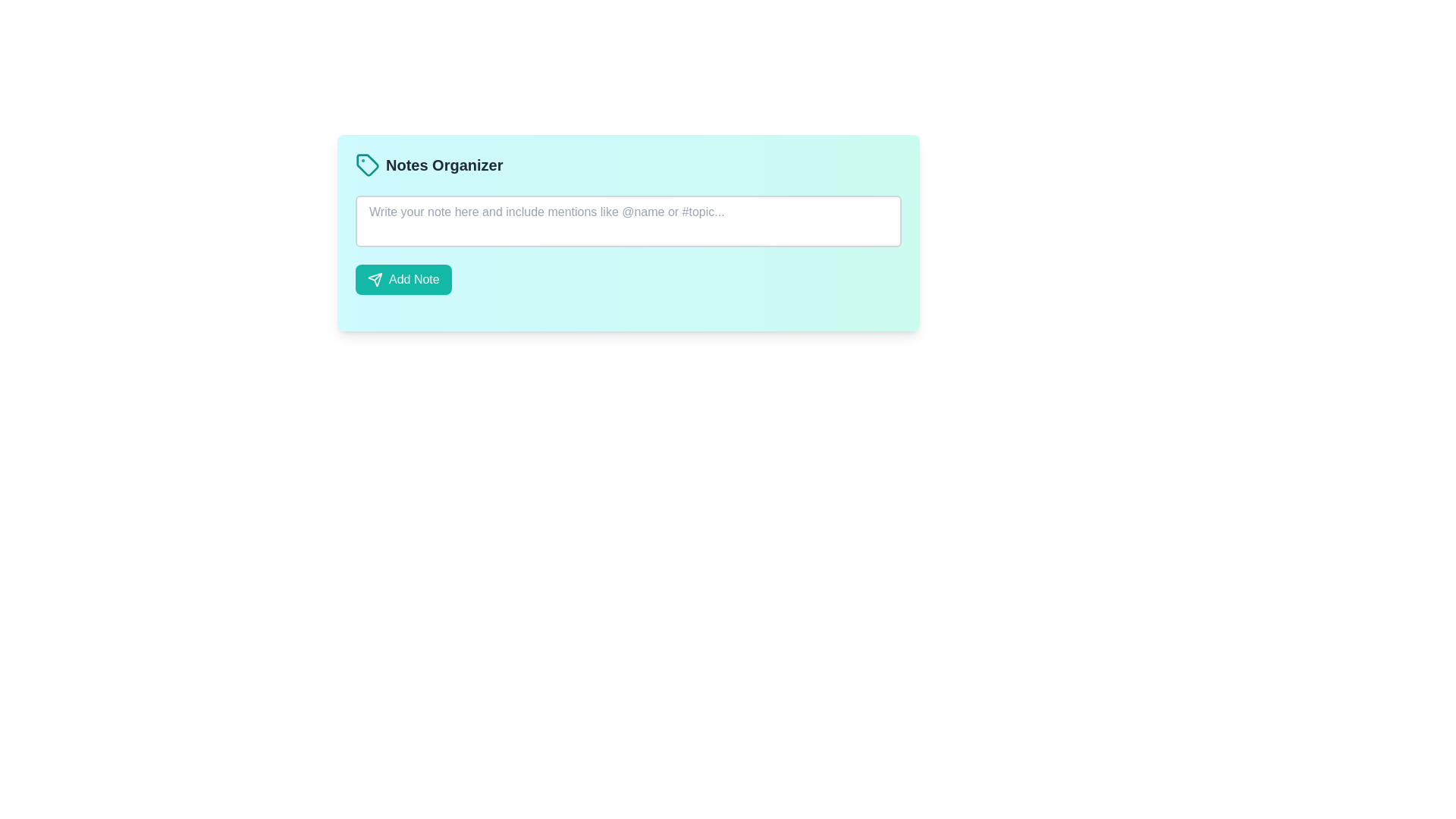  What do you see at coordinates (629, 221) in the screenshot?
I see `the text input area for notes, positioned directly below the 'Notes Organizer' heading, to focus on it` at bounding box center [629, 221].